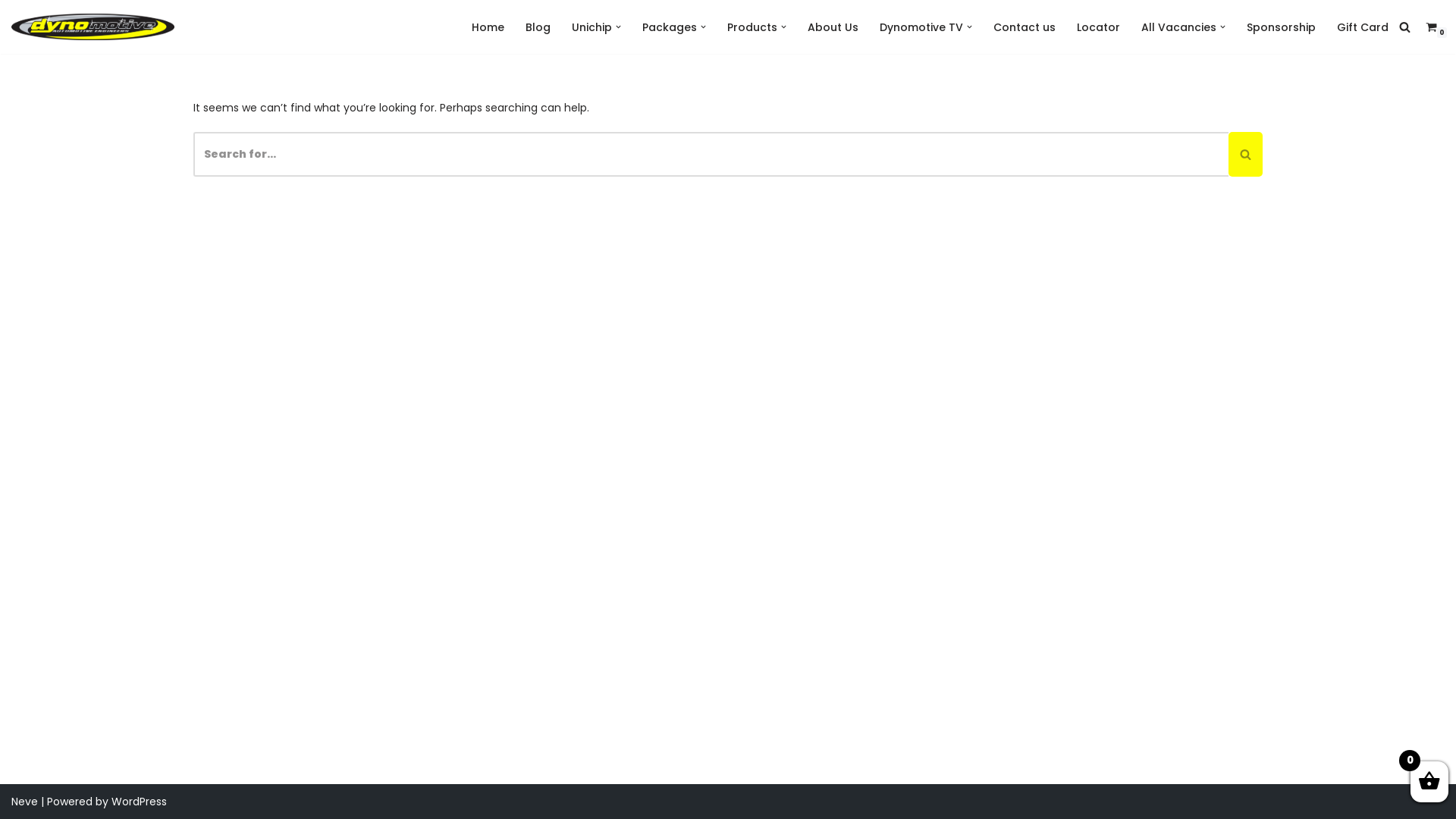  I want to click on 'Unichip', so click(591, 27).